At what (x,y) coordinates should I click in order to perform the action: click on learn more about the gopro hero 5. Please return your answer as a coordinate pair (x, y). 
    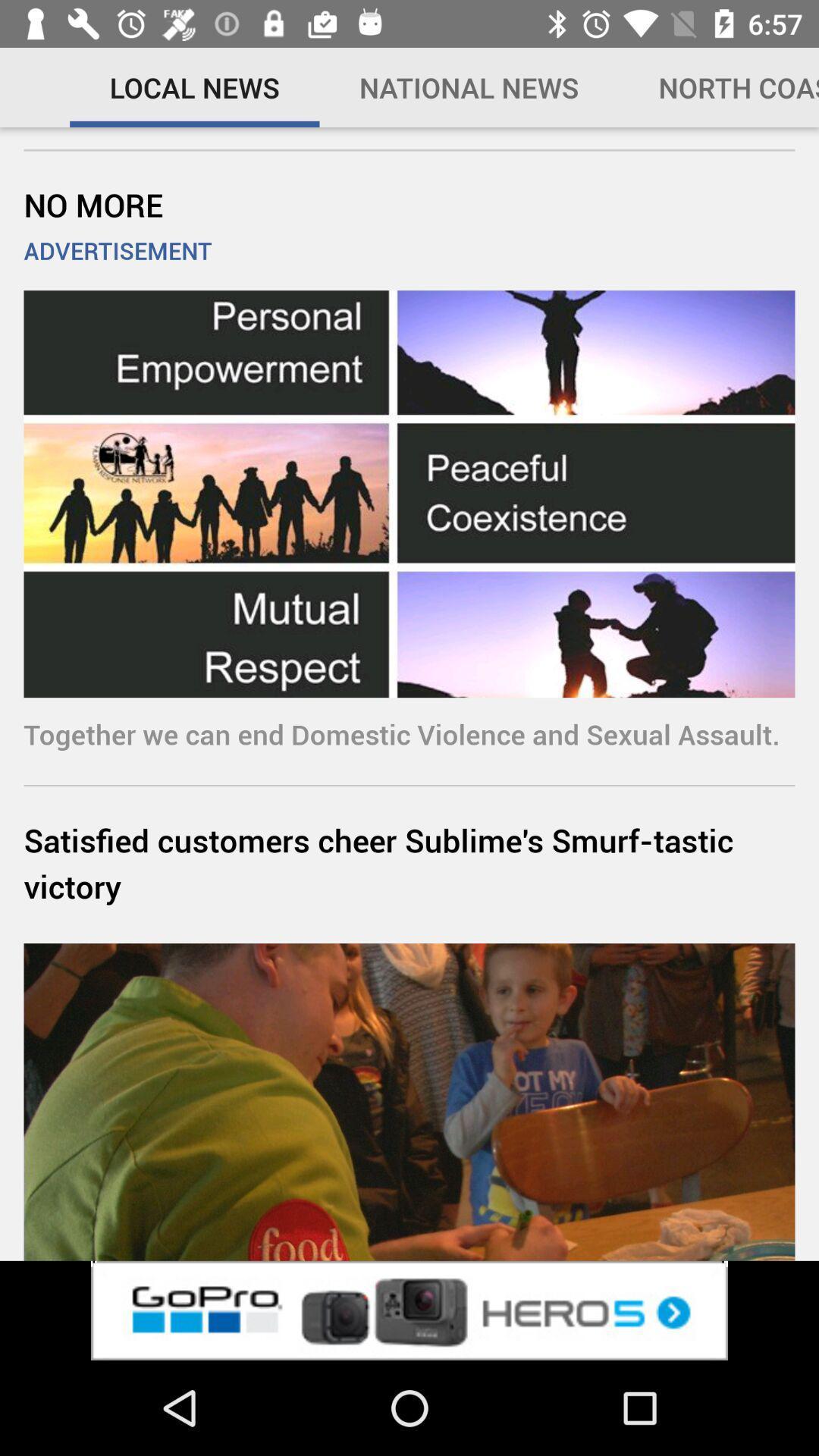
    Looking at the image, I should click on (409, 1310).